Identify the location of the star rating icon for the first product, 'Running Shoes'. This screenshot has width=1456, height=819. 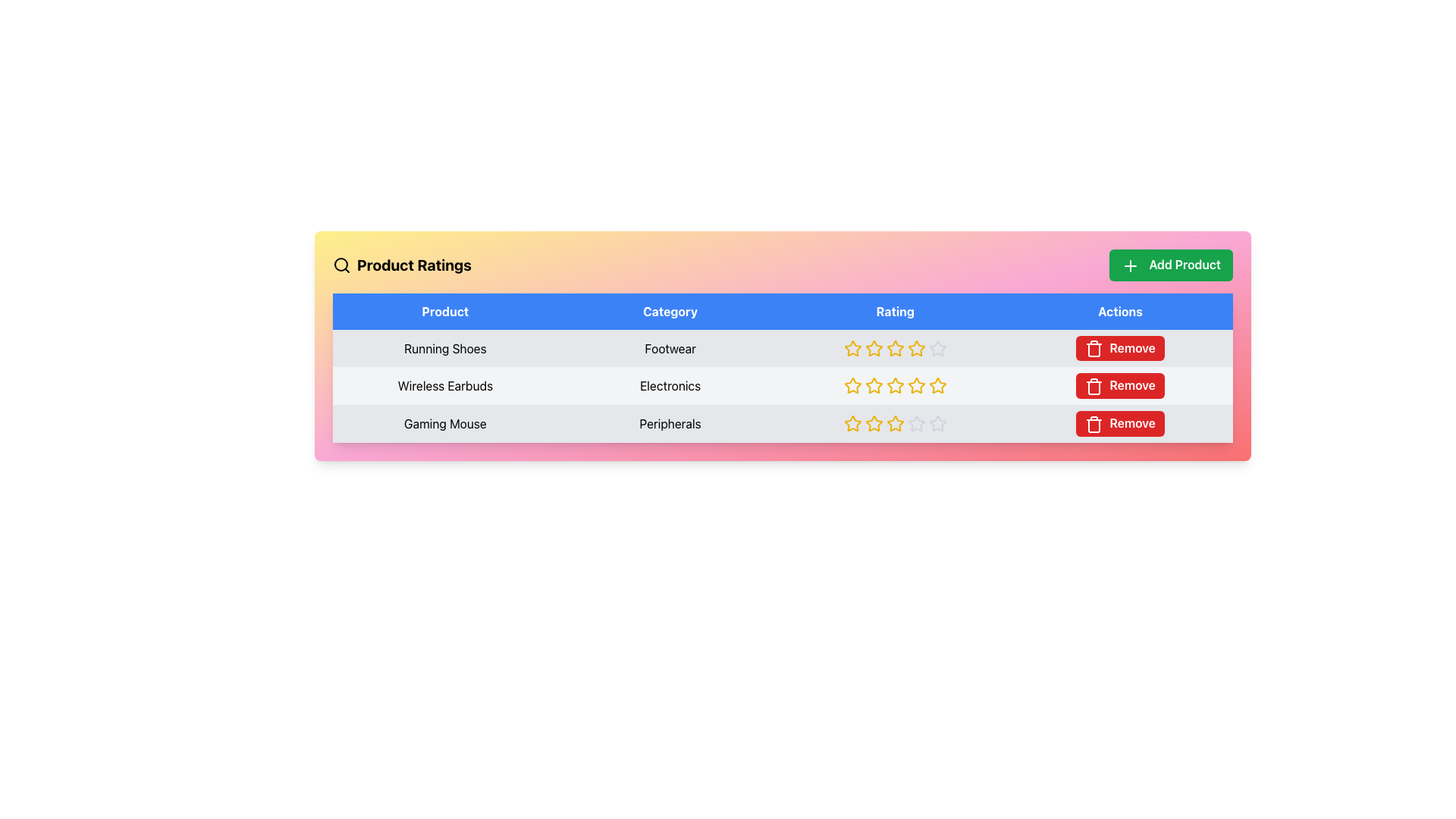
(852, 348).